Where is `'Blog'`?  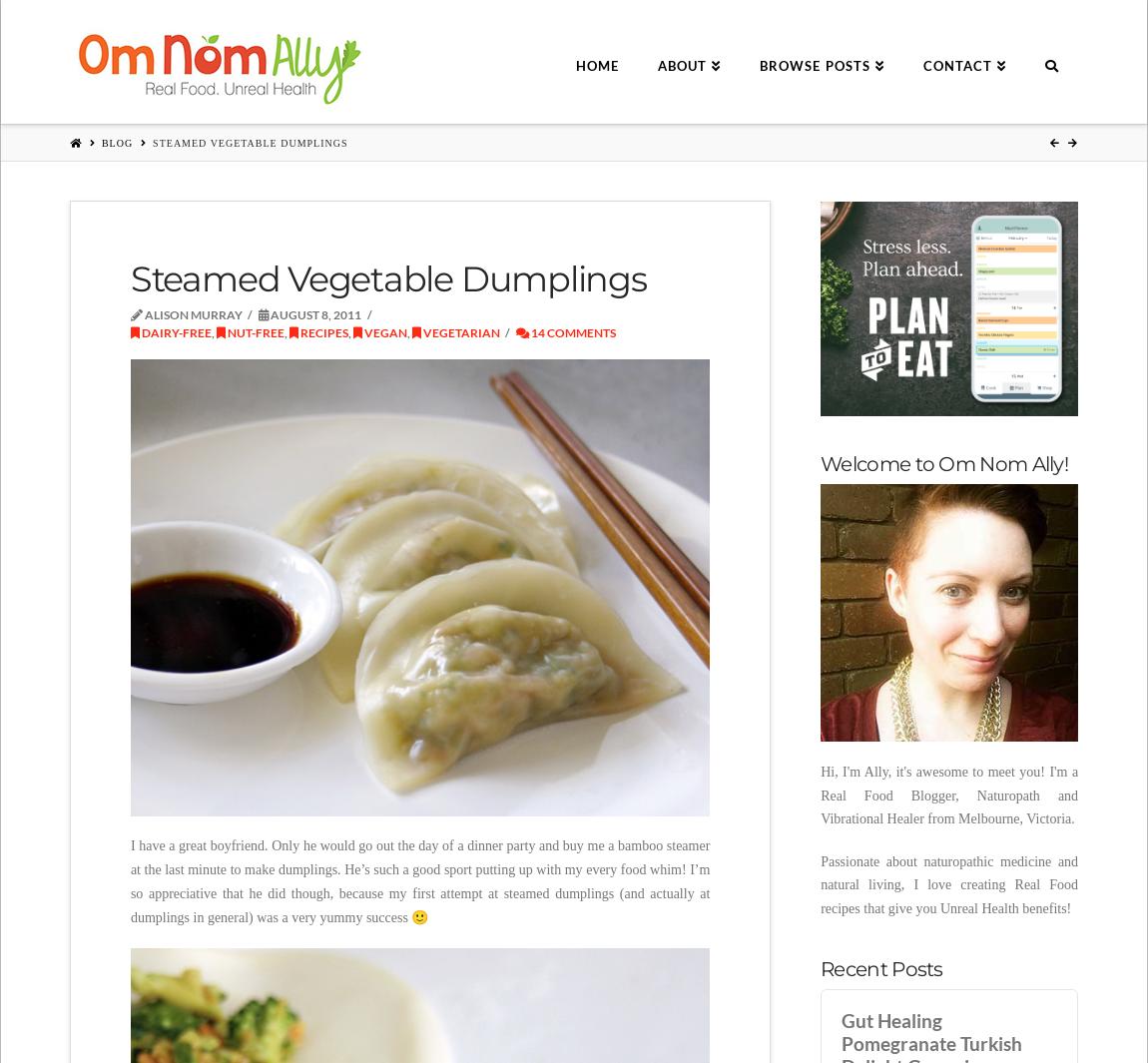
'Blog' is located at coordinates (99, 141).